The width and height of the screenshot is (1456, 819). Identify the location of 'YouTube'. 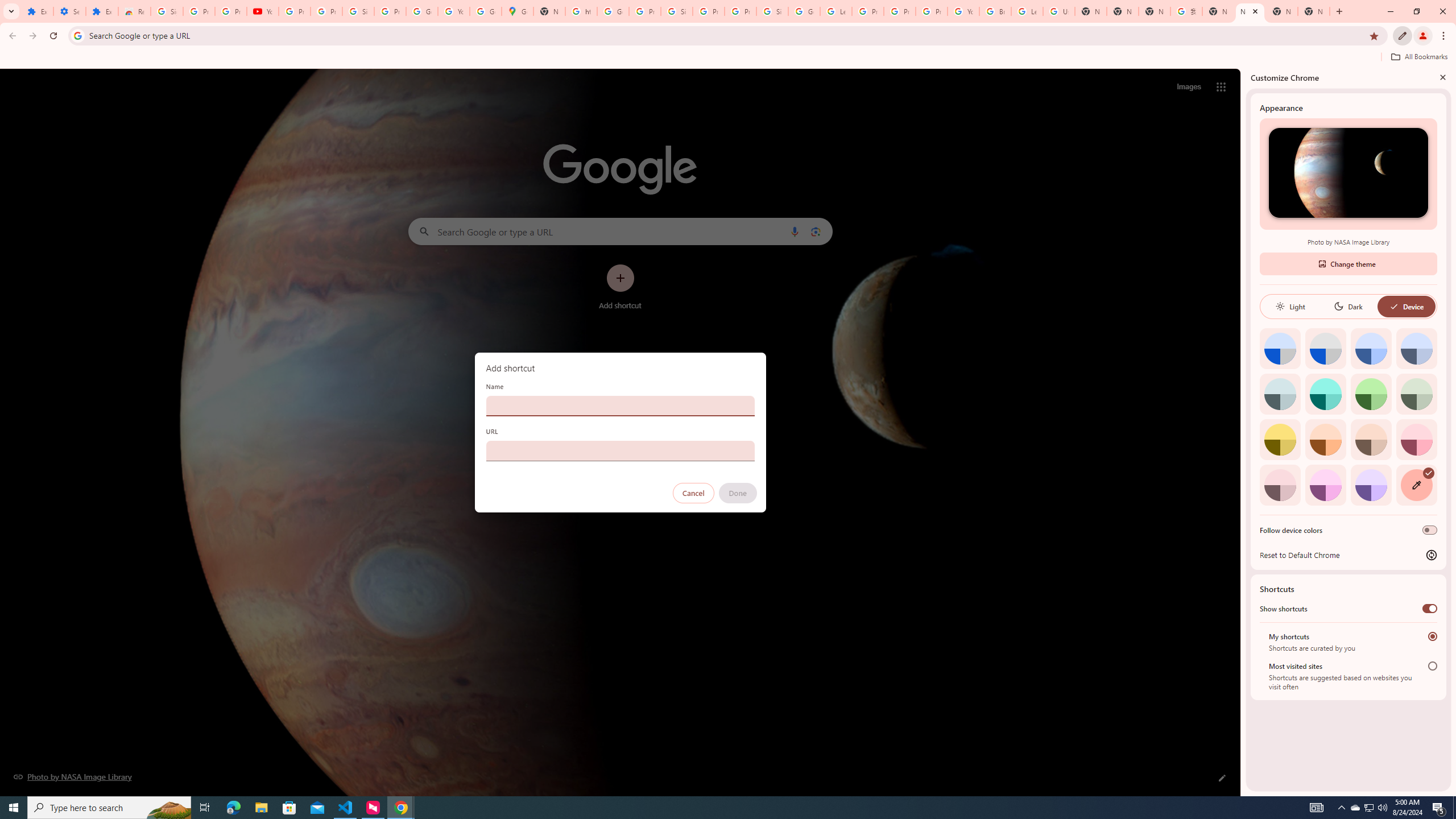
(453, 11).